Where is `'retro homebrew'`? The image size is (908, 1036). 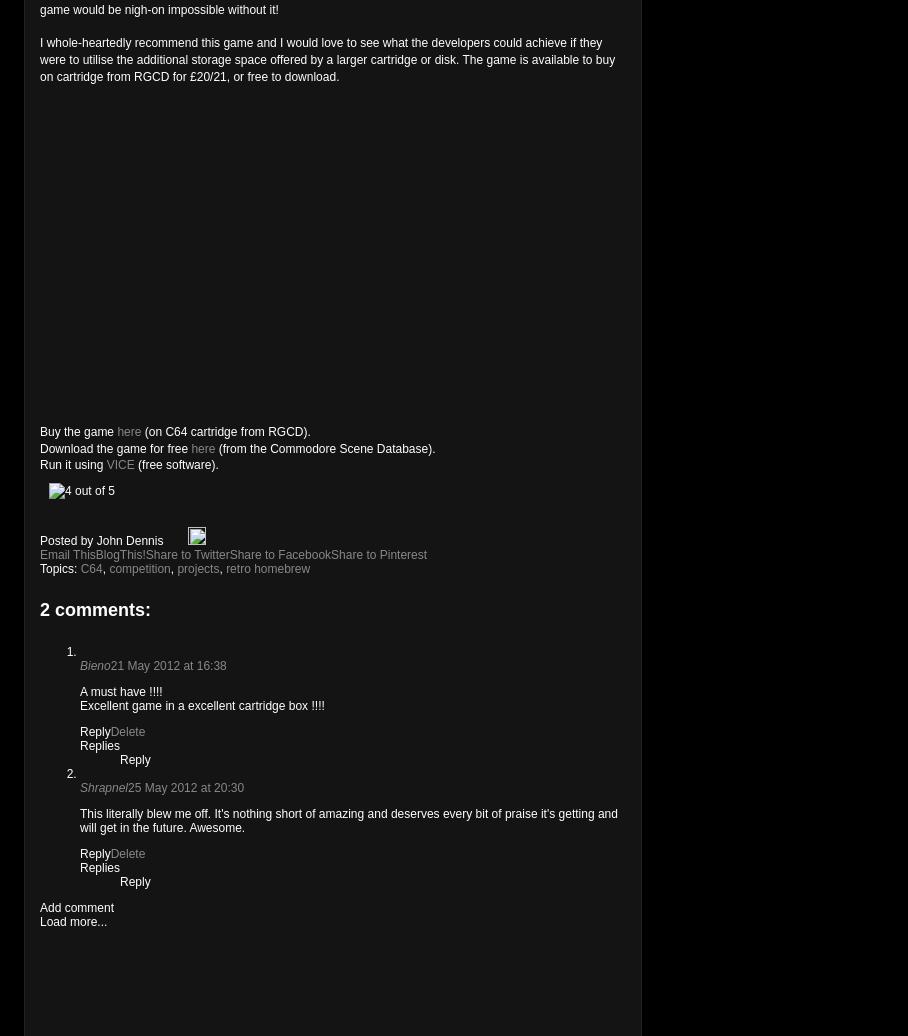
'retro homebrew' is located at coordinates (268, 568).